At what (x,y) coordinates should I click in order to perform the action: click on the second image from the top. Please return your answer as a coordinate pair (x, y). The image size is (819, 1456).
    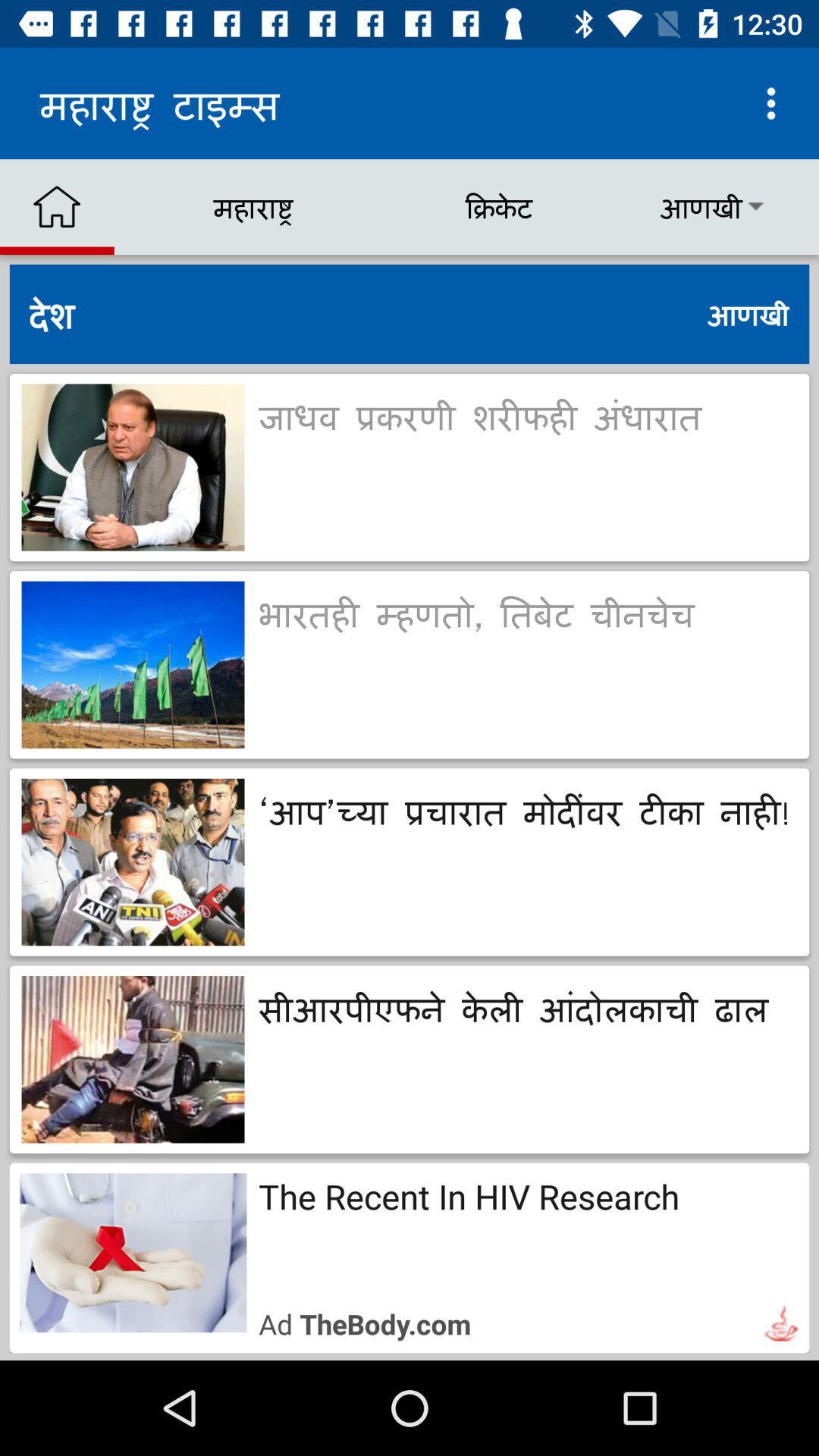
    Looking at the image, I should click on (133, 665).